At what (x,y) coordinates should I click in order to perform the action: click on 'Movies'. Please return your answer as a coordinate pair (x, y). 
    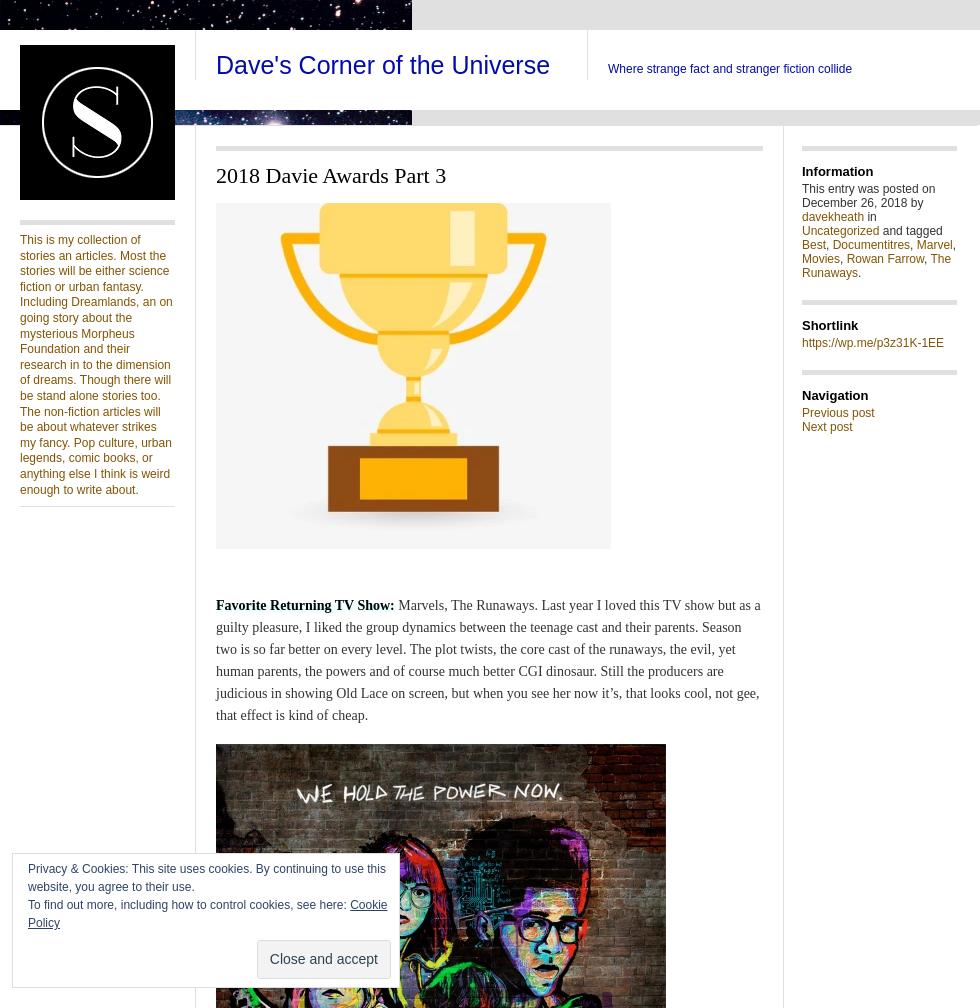
    Looking at the image, I should click on (821, 258).